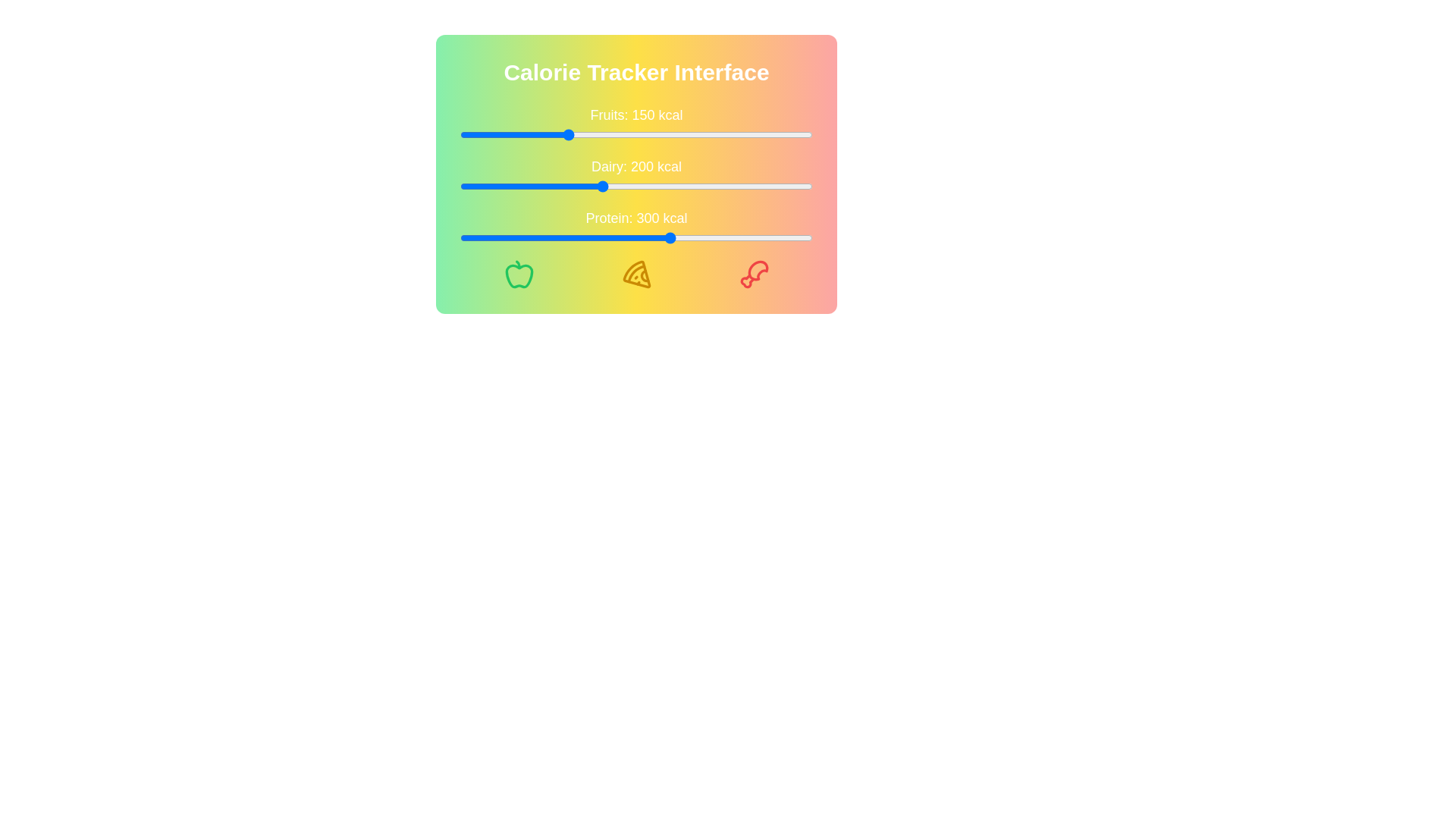 The image size is (1456, 819). What do you see at coordinates (543, 186) in the screenshot?
I see `the Dairy calorie slider to 118 kcal` at bounding box center [543, 186].